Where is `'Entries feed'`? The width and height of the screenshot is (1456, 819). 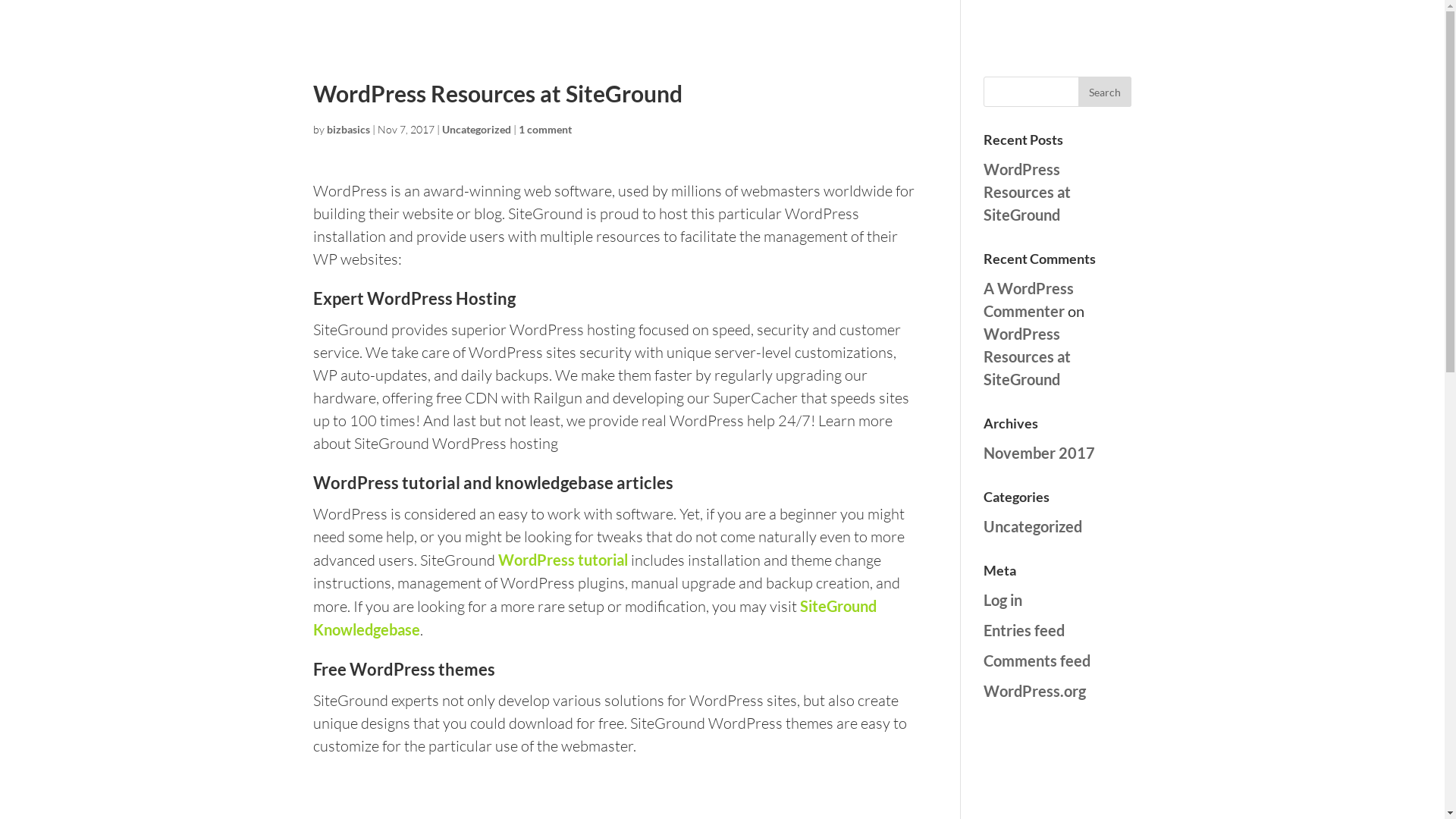 'Entries feed' is located at coordinates (983, 629).